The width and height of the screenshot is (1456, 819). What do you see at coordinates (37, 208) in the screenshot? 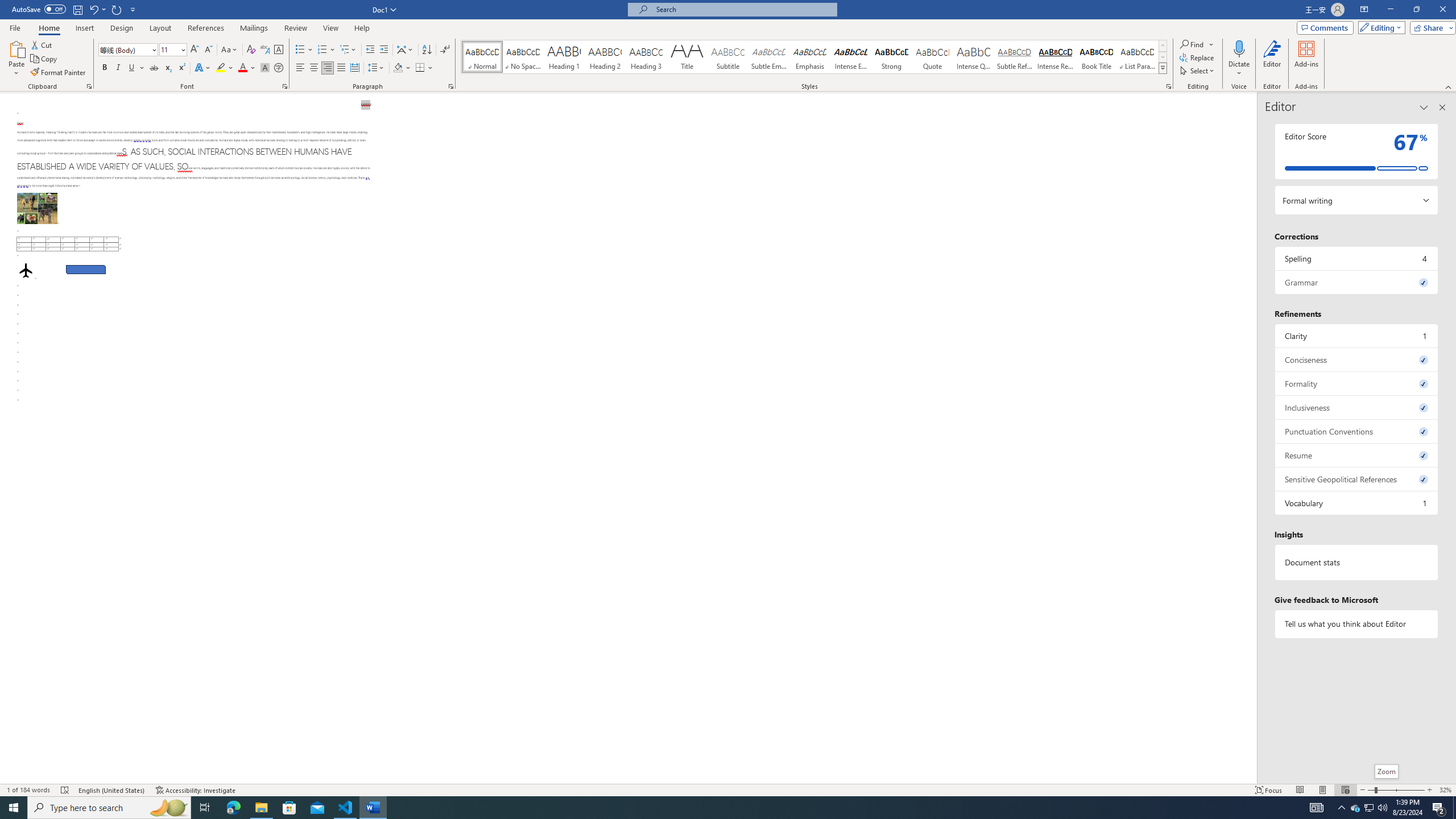
I see `'Morphological variation in six dogs'` at bounding box center [37, 208].